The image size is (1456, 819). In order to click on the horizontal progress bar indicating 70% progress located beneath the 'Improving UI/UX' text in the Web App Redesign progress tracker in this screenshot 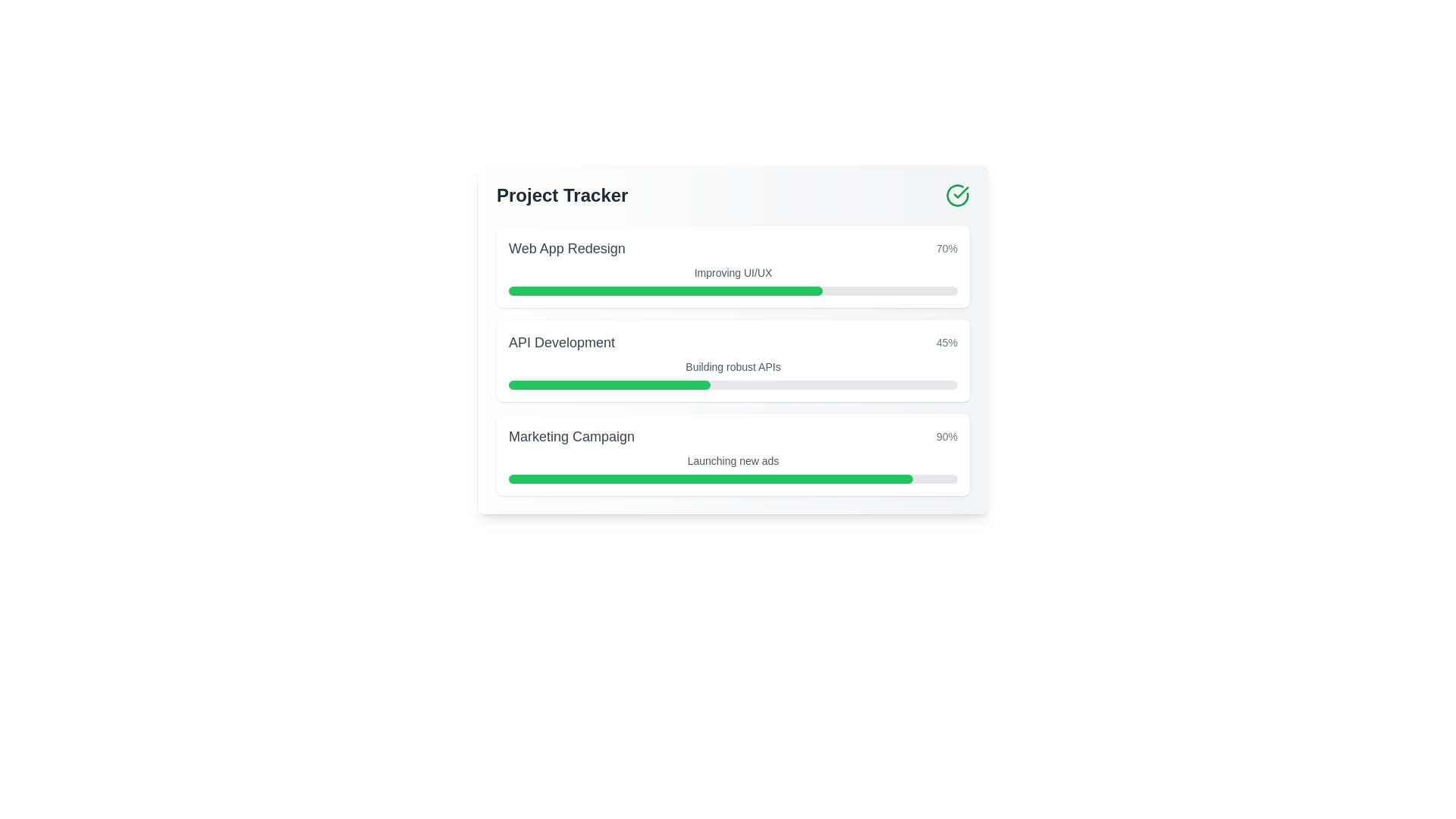, I will do `click(733, 291)`.